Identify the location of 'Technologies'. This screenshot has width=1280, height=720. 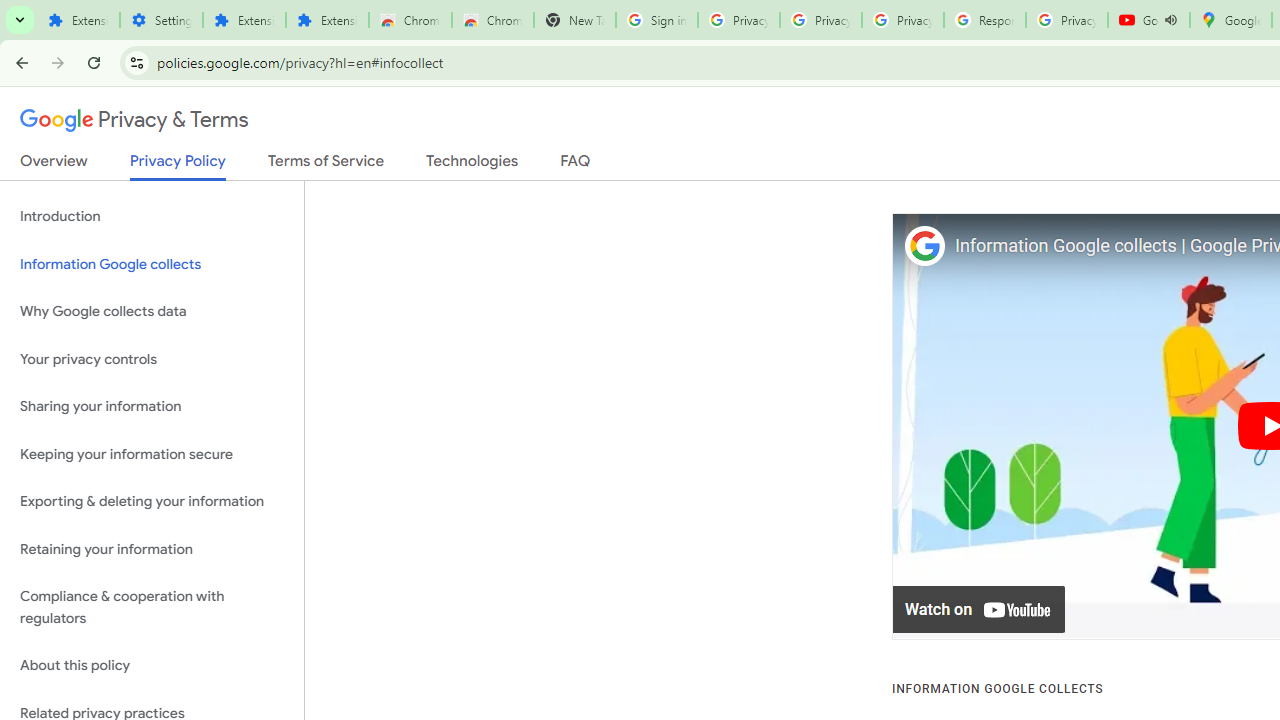
(471, 164).